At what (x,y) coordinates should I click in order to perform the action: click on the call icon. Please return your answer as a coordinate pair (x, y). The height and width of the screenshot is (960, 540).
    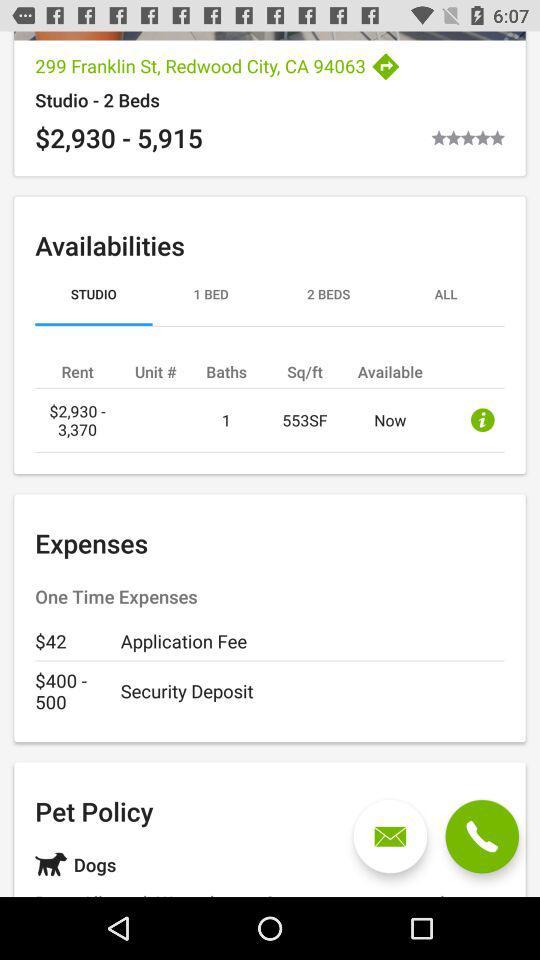
    Looking at the image, I should click on (481, 836).